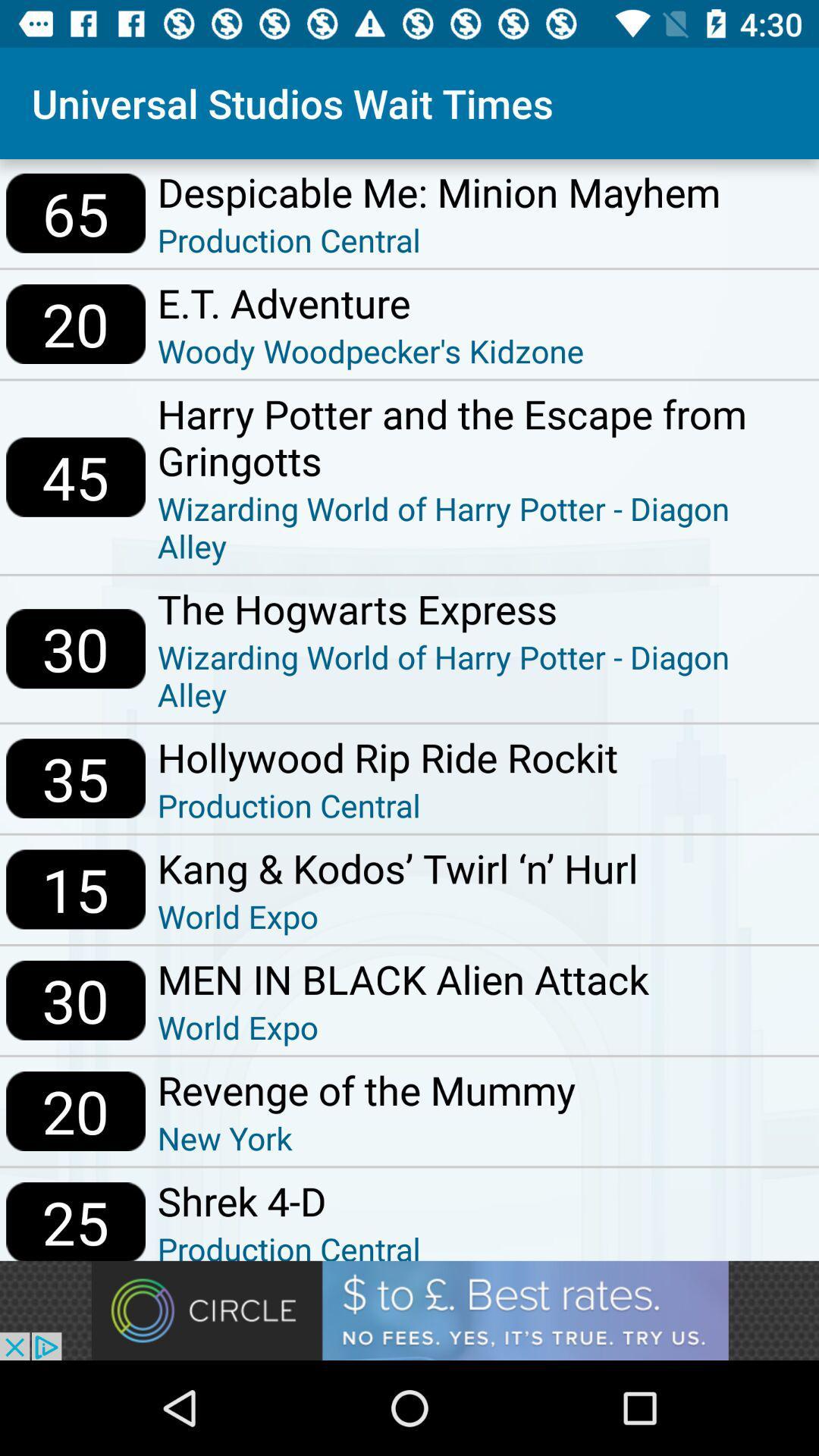 This screenshot has height=1456, width=819. Describe the element at coordinates (397, 868) in the screenshot. I see `kang kodos twirl` at that location.